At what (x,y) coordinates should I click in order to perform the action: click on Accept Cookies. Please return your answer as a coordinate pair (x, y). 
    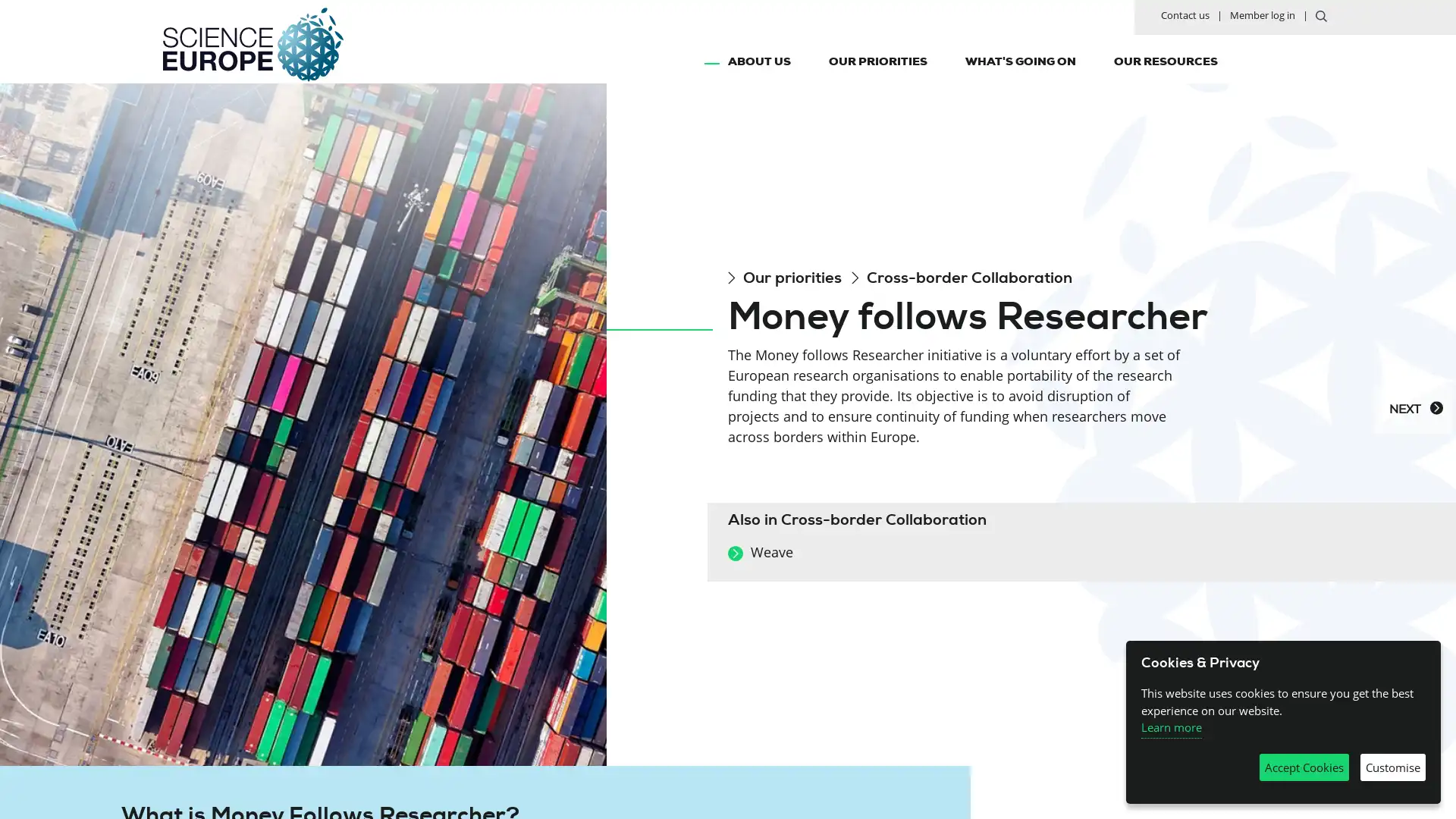
    Looking at the image, I should click on (1303, 767).